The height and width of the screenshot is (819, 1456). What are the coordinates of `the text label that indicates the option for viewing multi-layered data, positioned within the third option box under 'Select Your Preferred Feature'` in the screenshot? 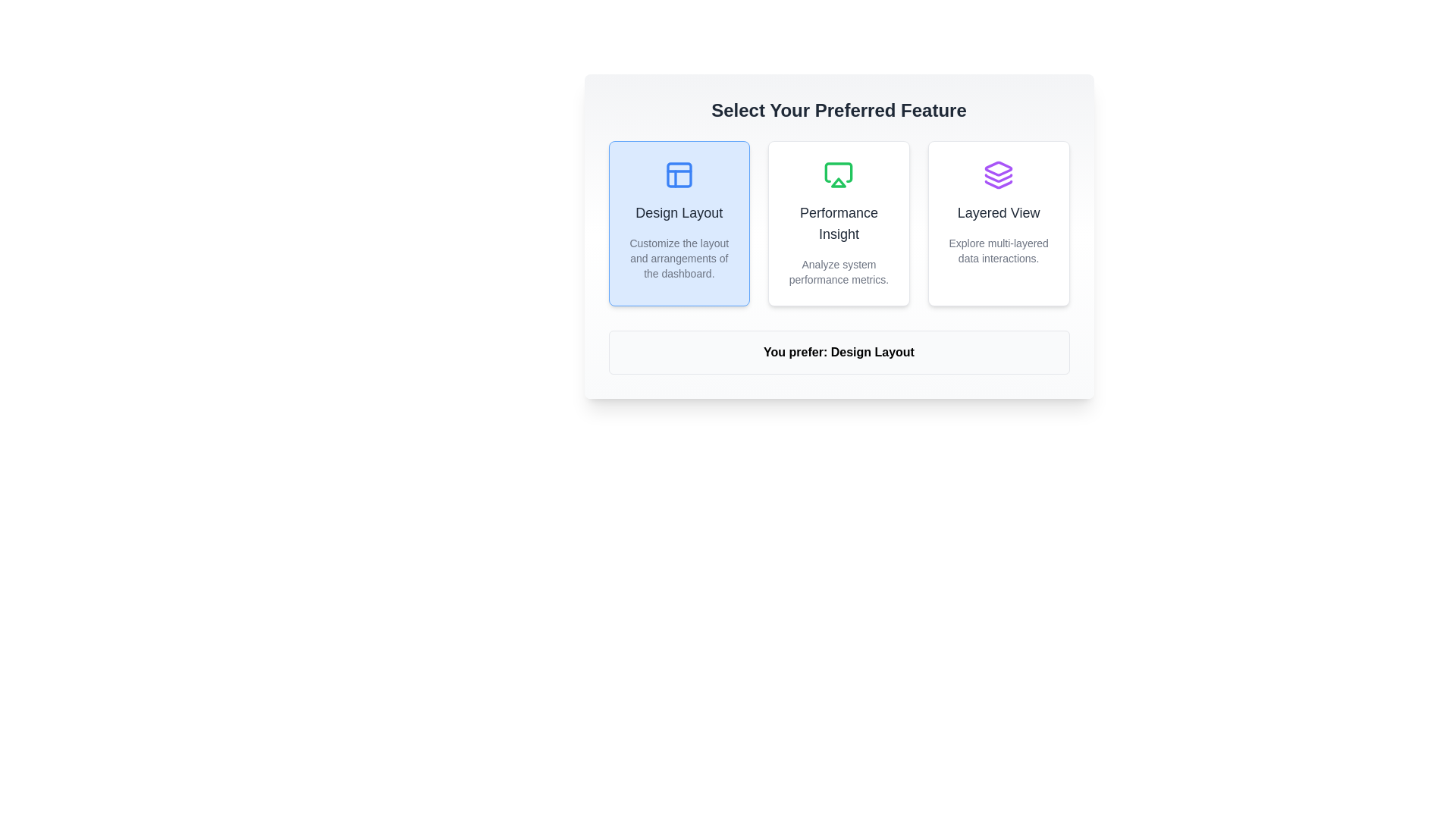 It's located at (999, 213).